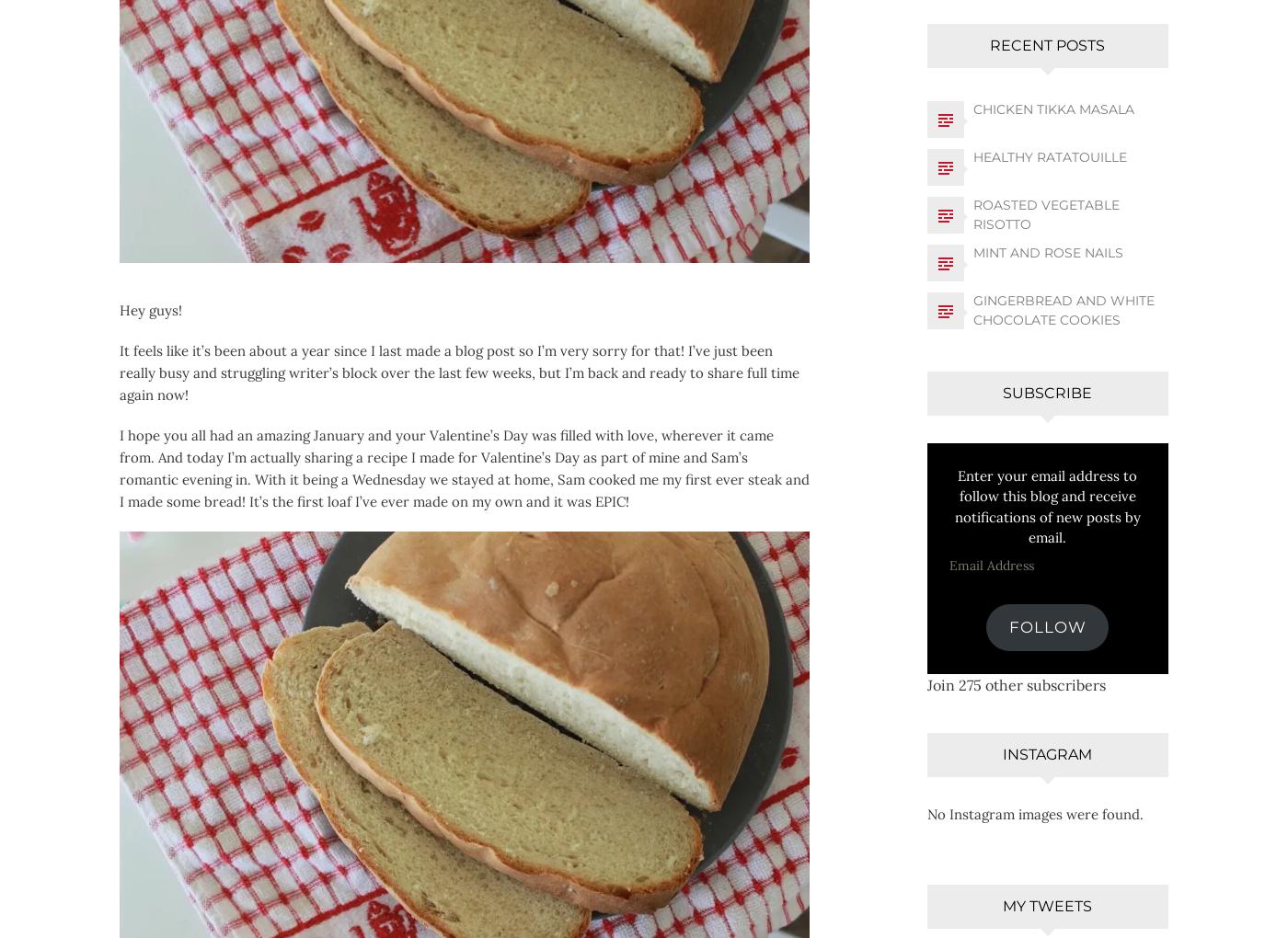 The width and height of the screenshot is (1288, 938). I want to click on 'Chicken Tikka Masala', so click(1052, 108).